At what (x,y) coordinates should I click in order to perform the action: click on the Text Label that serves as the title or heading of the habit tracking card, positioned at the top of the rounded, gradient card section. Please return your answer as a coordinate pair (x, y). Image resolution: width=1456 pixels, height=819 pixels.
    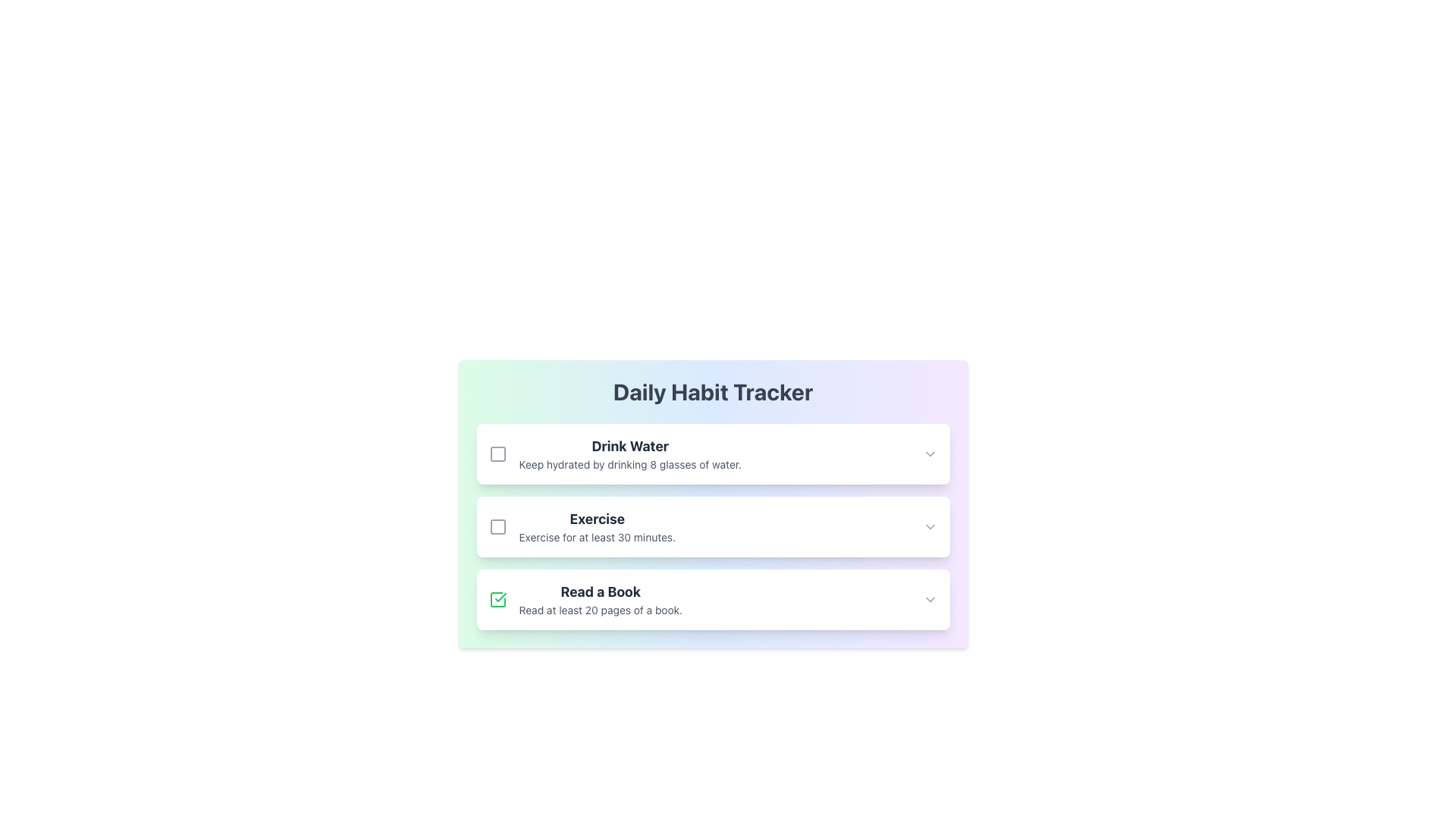
    Looking at the image, I should click on (712, 391).